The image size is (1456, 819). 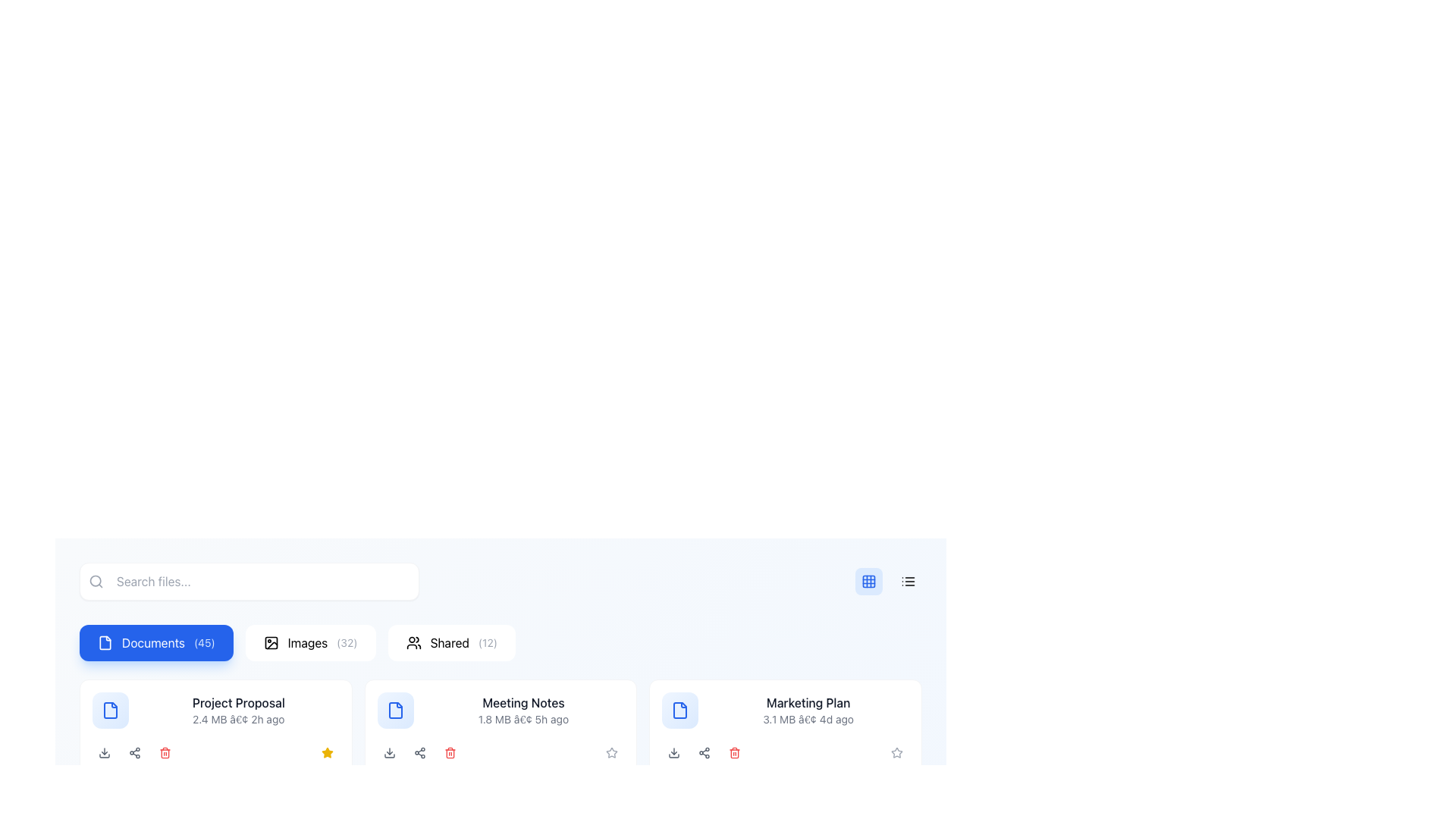 What do you see at coordinates (326, 752) in the screenshot?
I see `the yellow star-shaped icon that serves as a rating or favorite indicator located in the lower section of the interface` at bounding box center [326, 752].